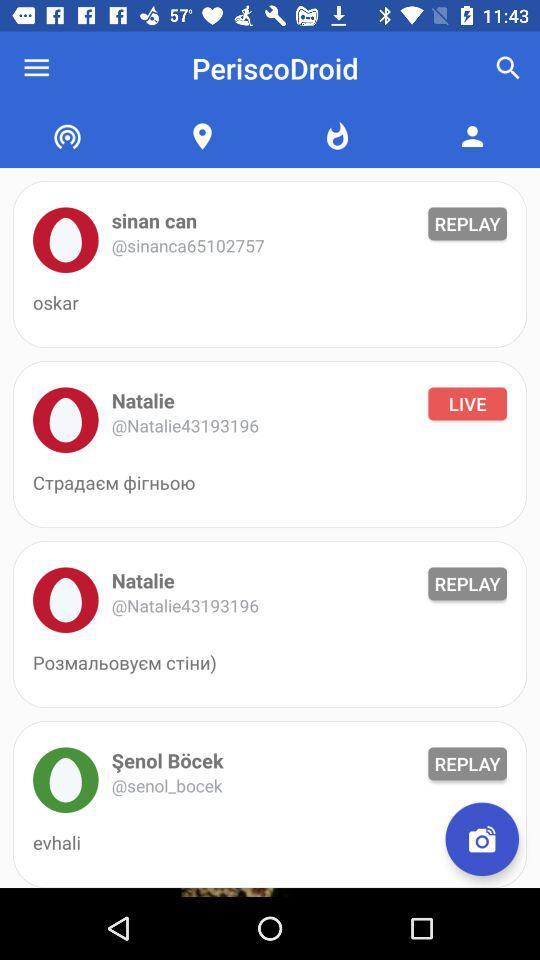 The height and width of the screenshot is (960, 540). Describe the element at coordinates (36, 68) in the screenshot. I see `the item next to the periscodroid icon` at that location.